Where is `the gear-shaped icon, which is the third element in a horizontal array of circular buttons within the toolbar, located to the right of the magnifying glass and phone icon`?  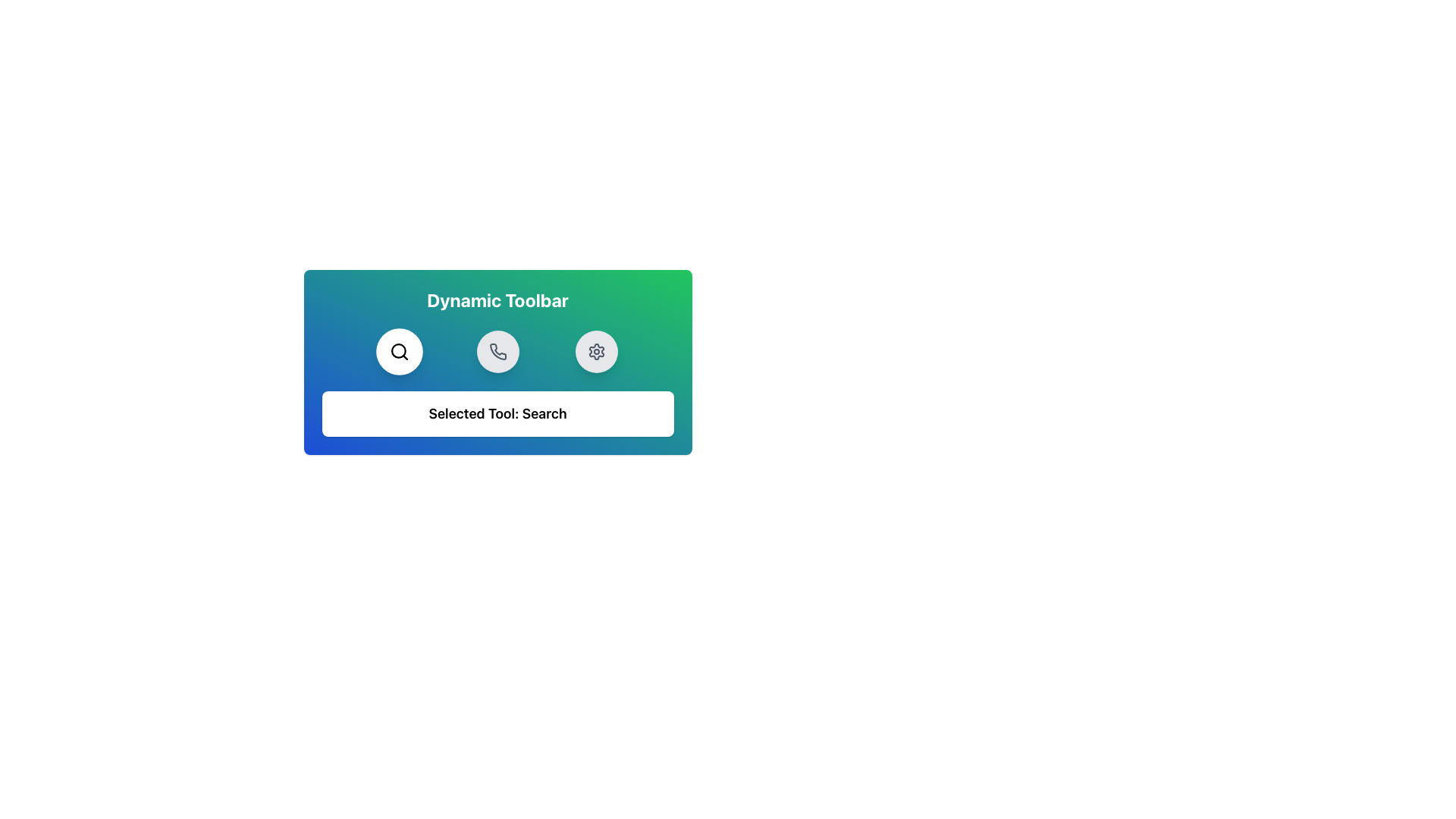
the gear-shaped icon, which is the third element in a horizontal array of circular buttons within the toolbar, located to the right of the magnifying glass and phone icon is located at coordinates (595, 351).